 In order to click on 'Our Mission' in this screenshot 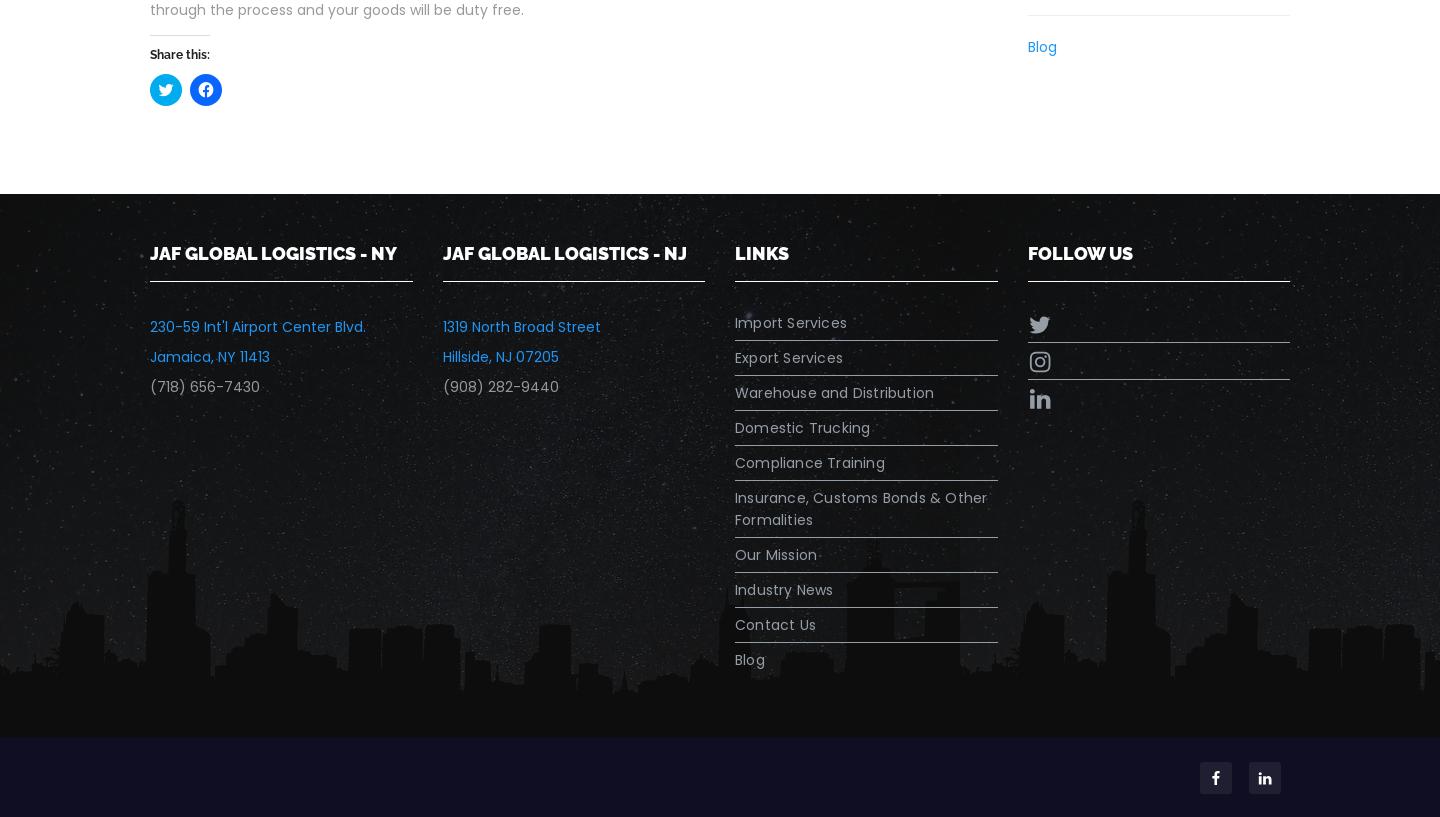, I will do `click(775, 553)`.